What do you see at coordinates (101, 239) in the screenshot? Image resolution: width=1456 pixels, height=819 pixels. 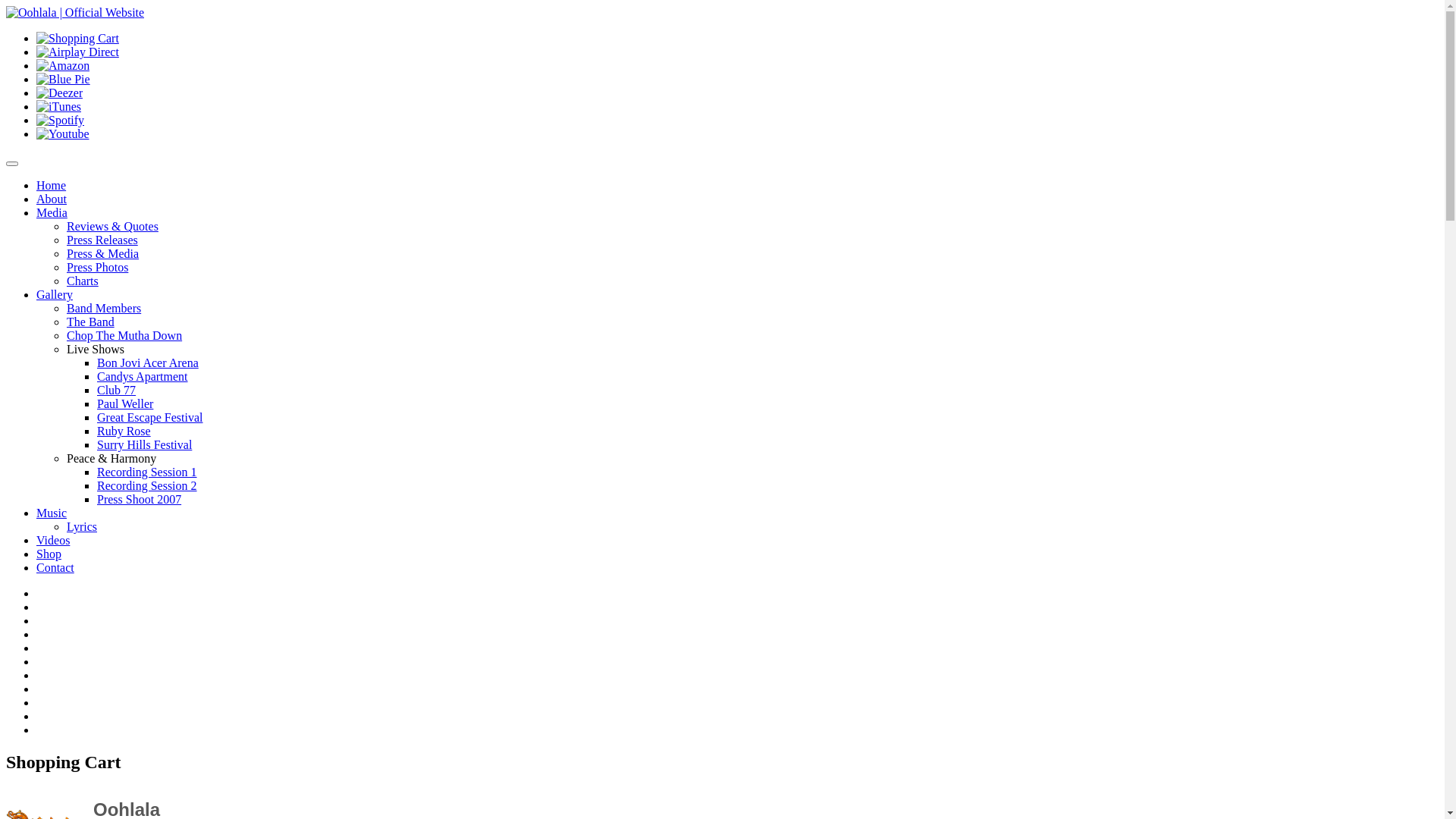 I see `'Press Releases'` at bounding box center [101, 239].